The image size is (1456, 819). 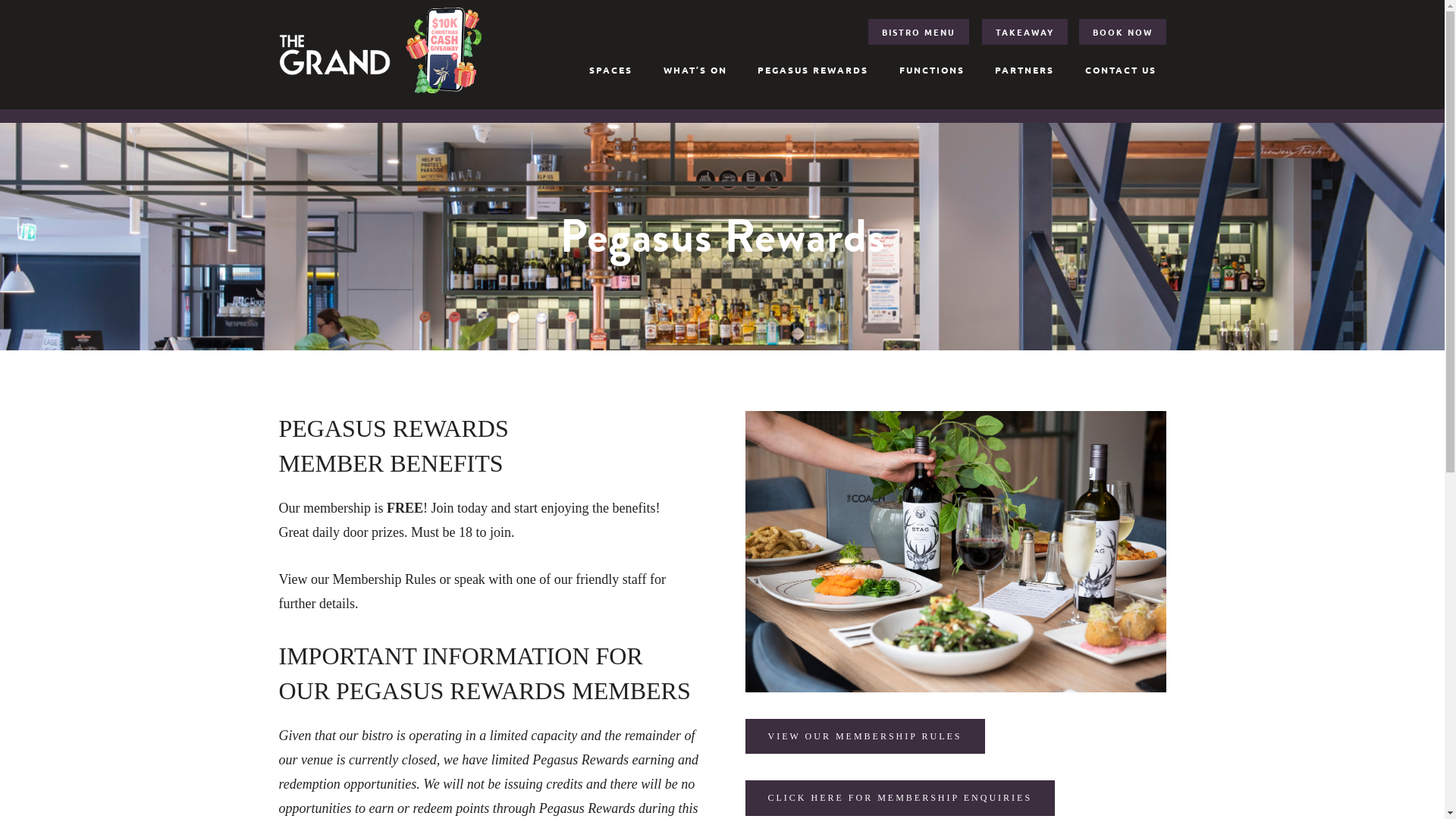 I want to click on 'BISTRO MENU', so click(x=918, y=32).